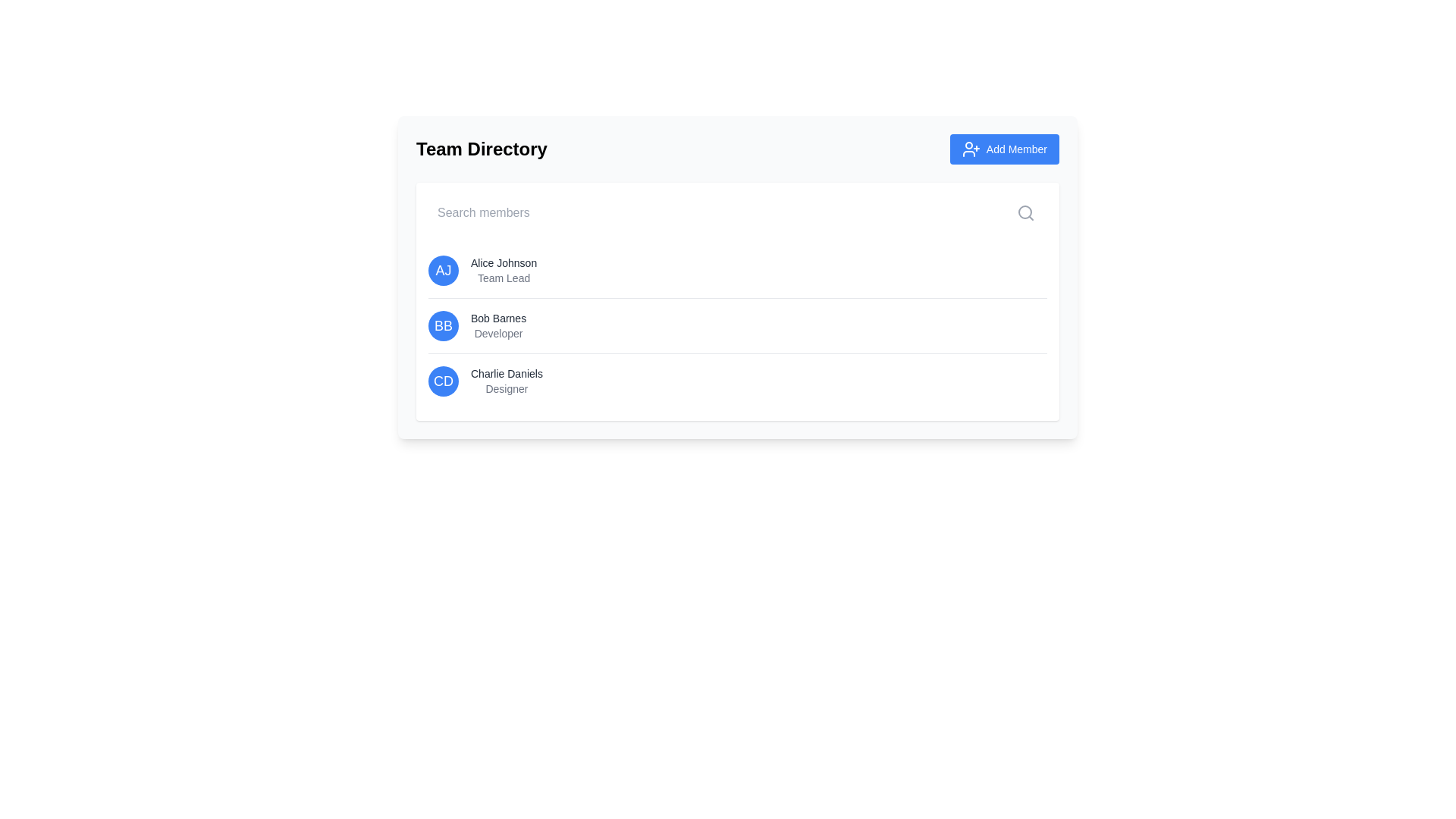 The width and height of the screenshot is (1456, 819). What do you see at coordinates (507, 380) in the screenshot?
I see `the text label identifying 'Charlie Daniels' as 'Designer'` at bounding box center [507, 380].